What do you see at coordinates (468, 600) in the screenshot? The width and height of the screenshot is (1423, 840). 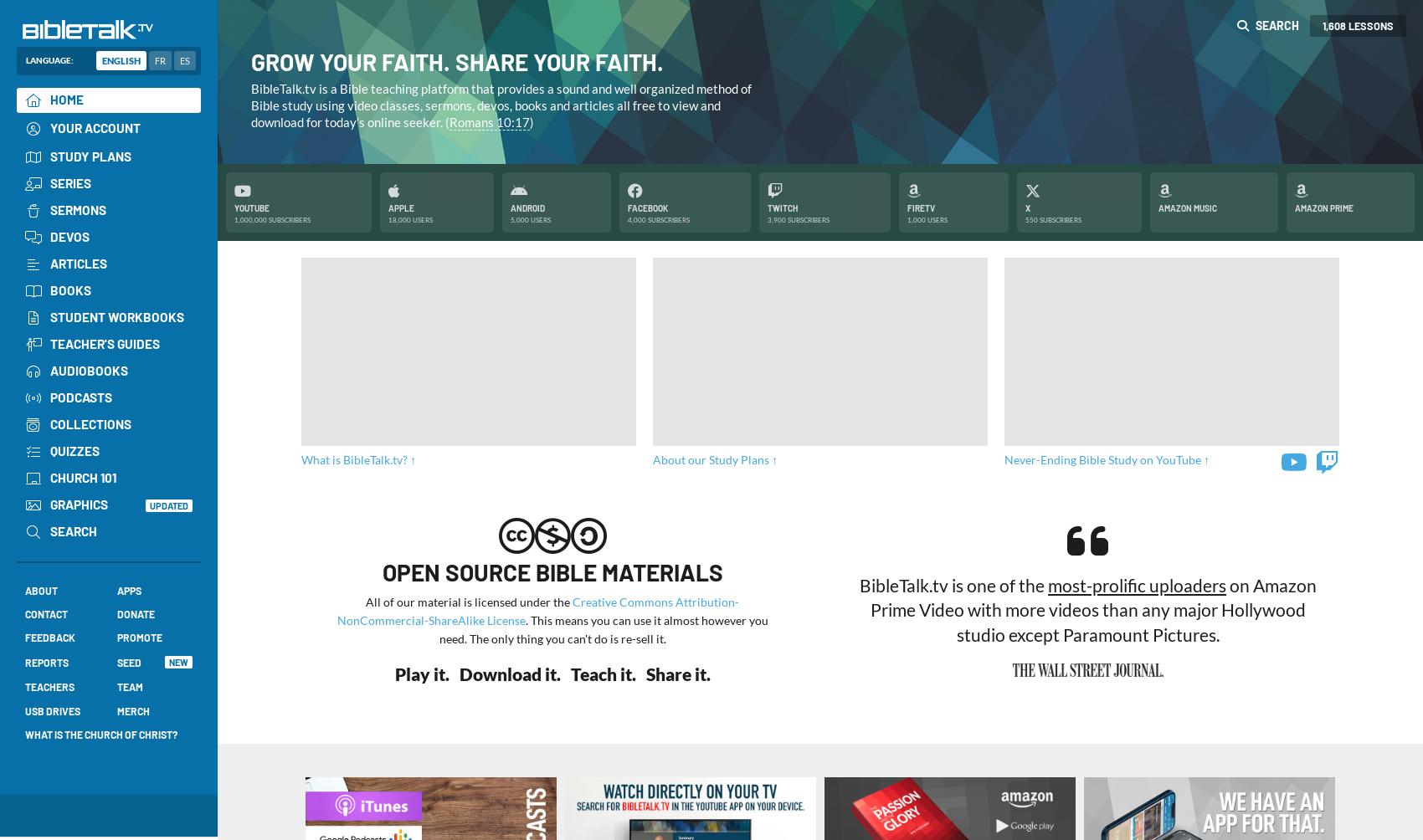 I see `'All of our material is licensed under the'` at bounding box center [468, 600].